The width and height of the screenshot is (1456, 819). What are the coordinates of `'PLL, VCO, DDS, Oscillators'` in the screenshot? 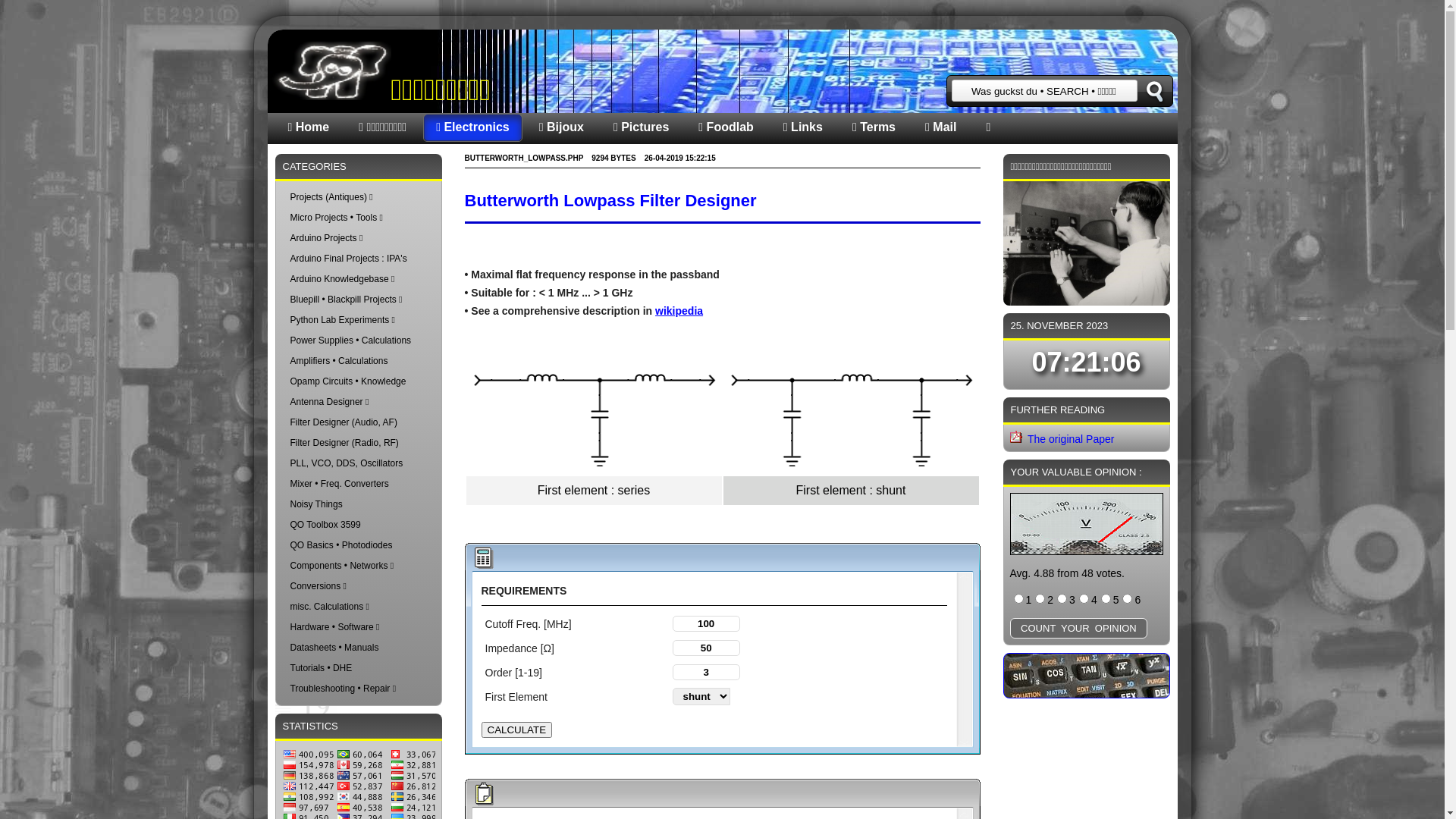 It's located at (345, 462).